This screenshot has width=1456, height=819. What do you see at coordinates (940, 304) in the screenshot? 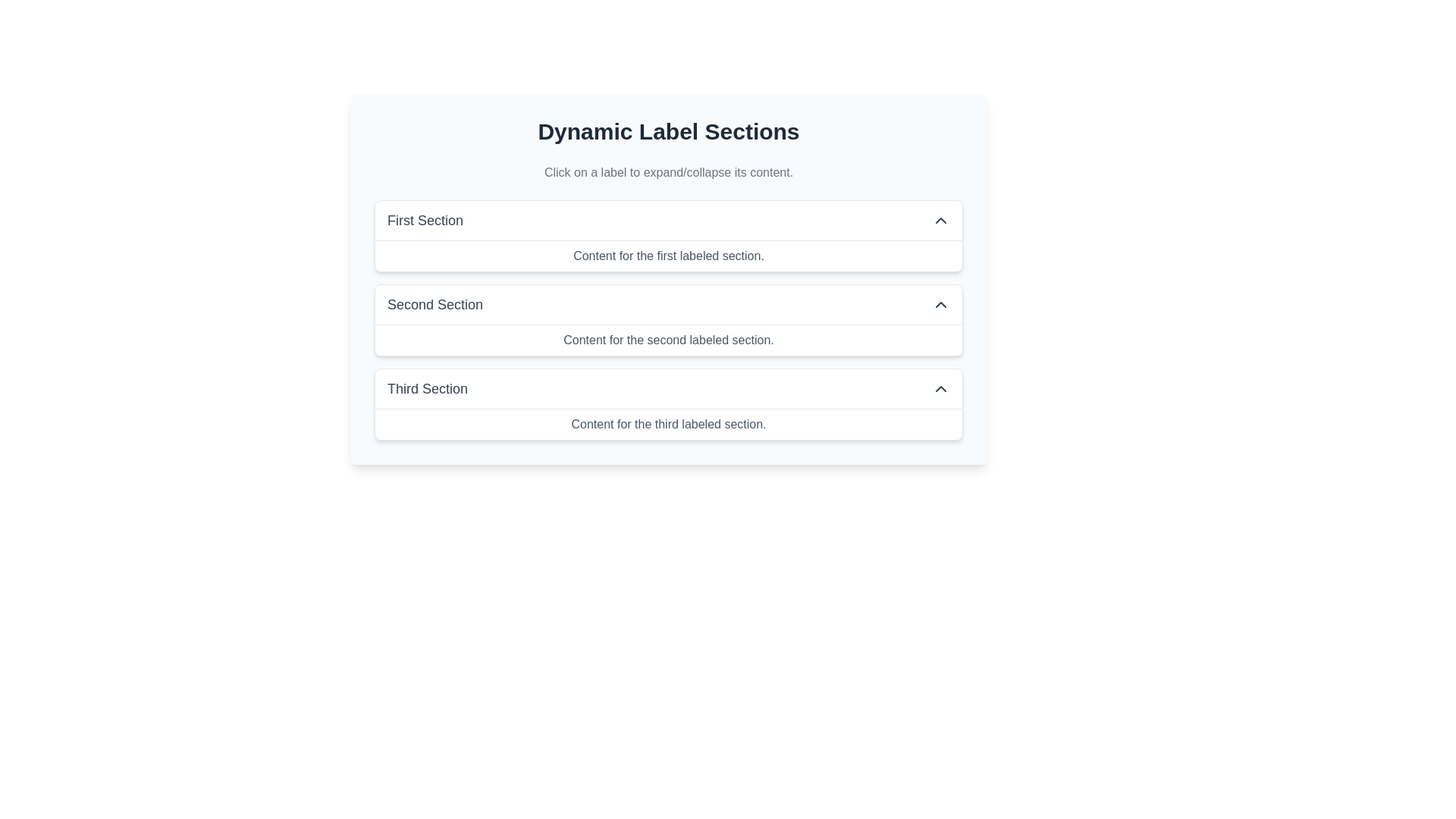
I see `the chevron button located at the far right of the header section labeled 'Second Section'` at bounding box center [940, 304].